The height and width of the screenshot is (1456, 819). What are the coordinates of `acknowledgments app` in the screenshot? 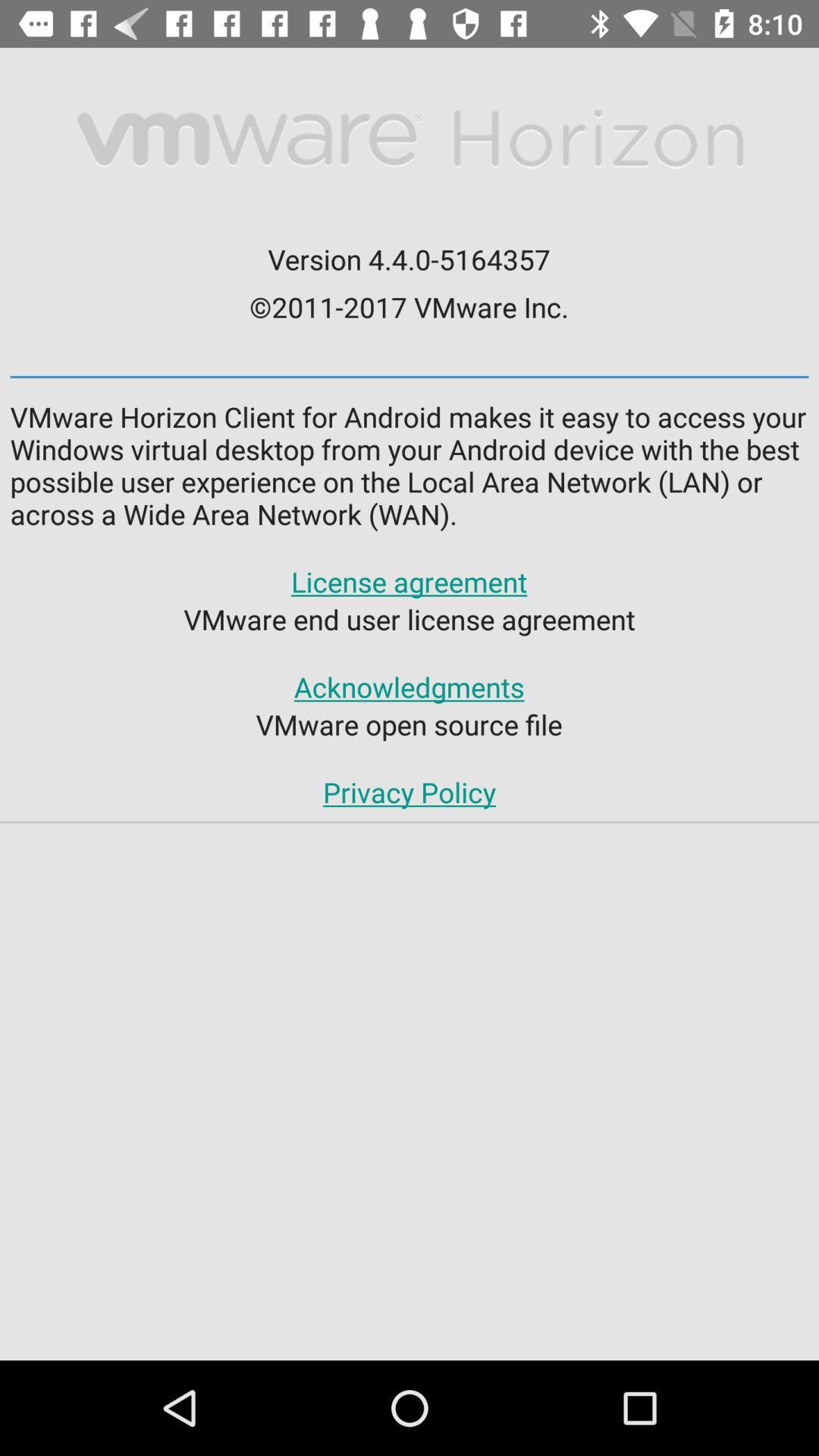 It's located at (408, 686).